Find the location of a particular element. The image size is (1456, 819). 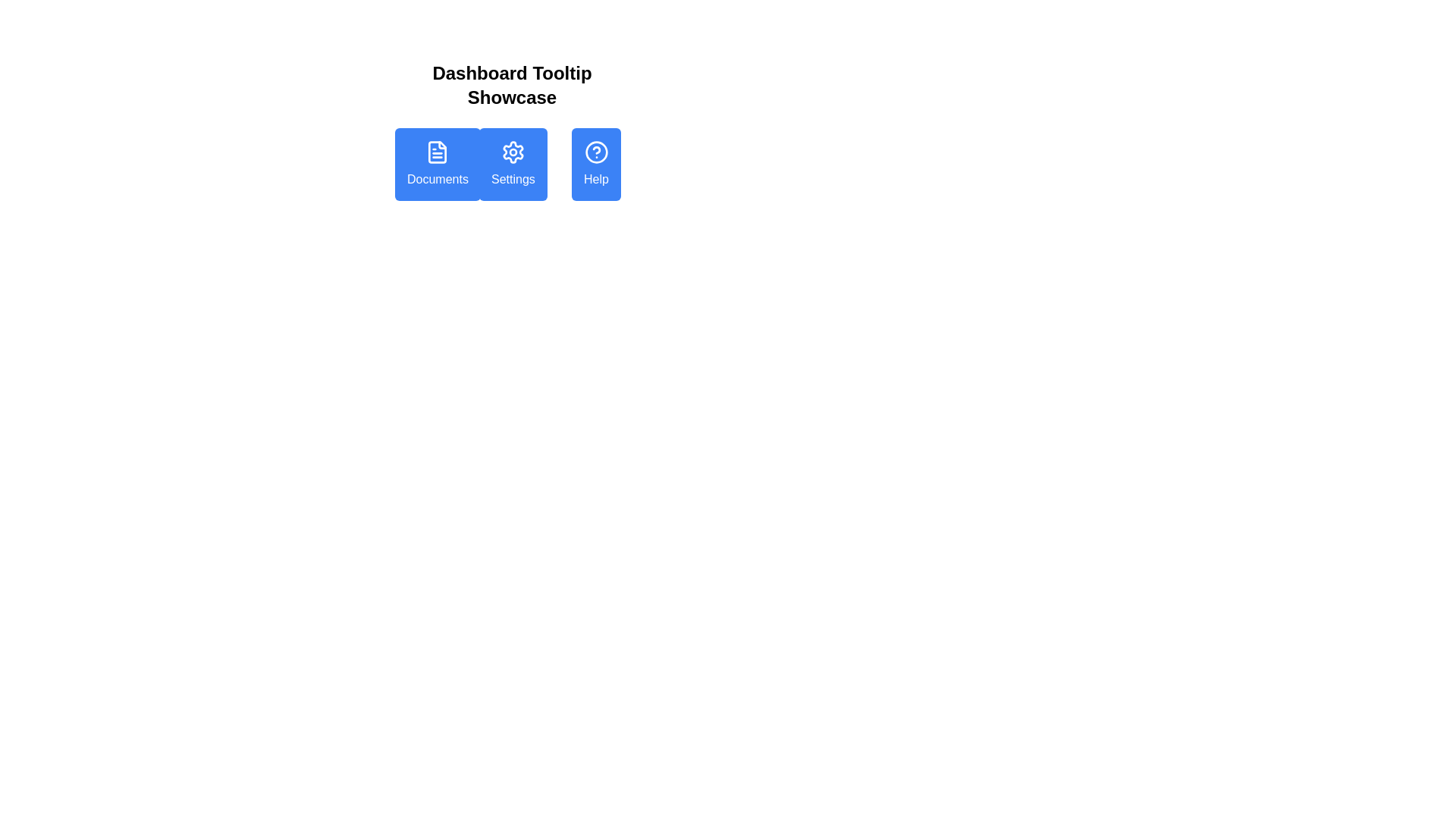

the gear icon, which is the second button in a group of three horizontally arranged buttons is located at coordinates (513, 152).